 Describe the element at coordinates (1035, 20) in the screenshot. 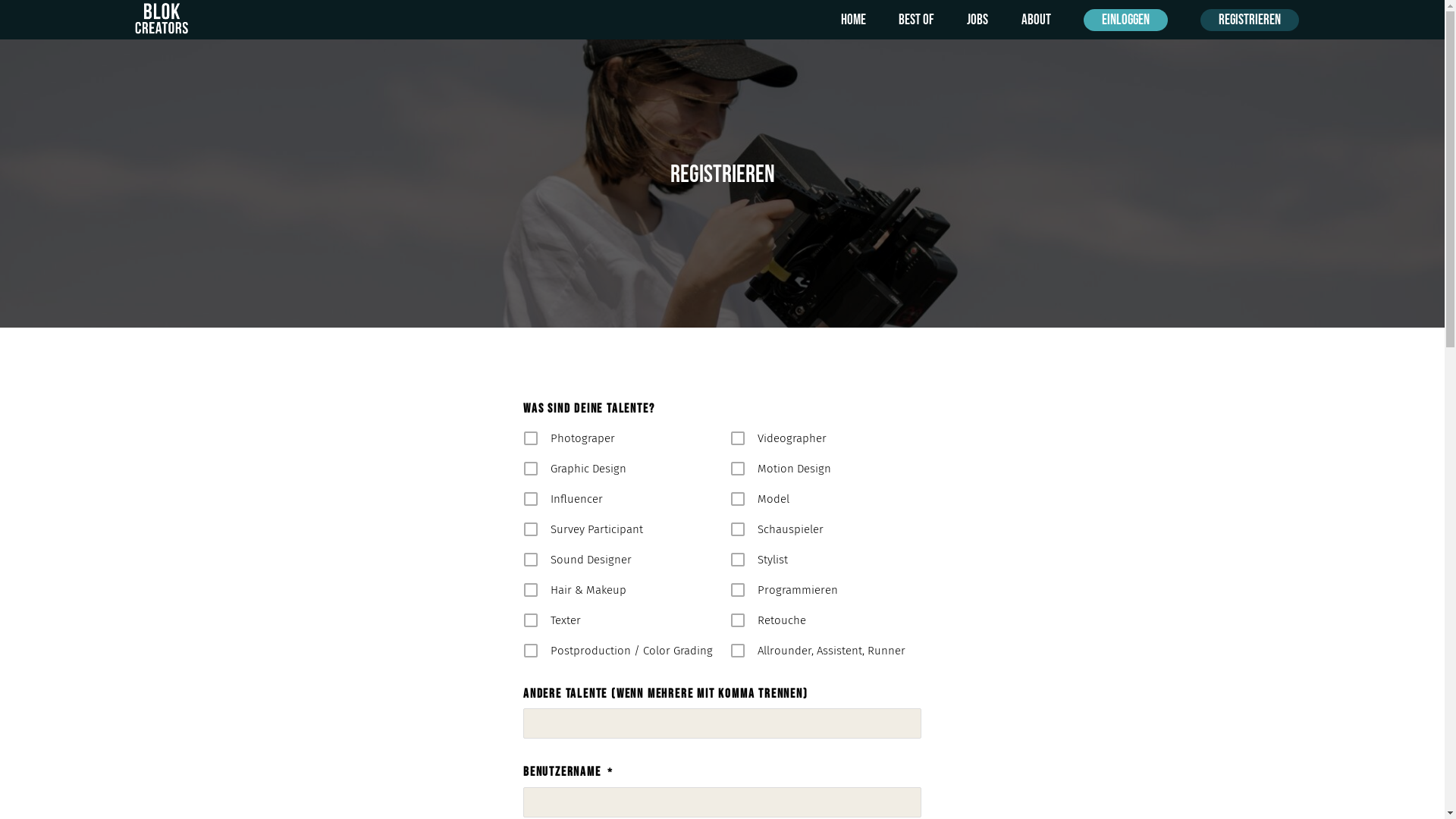

I see `'About'` at that location.